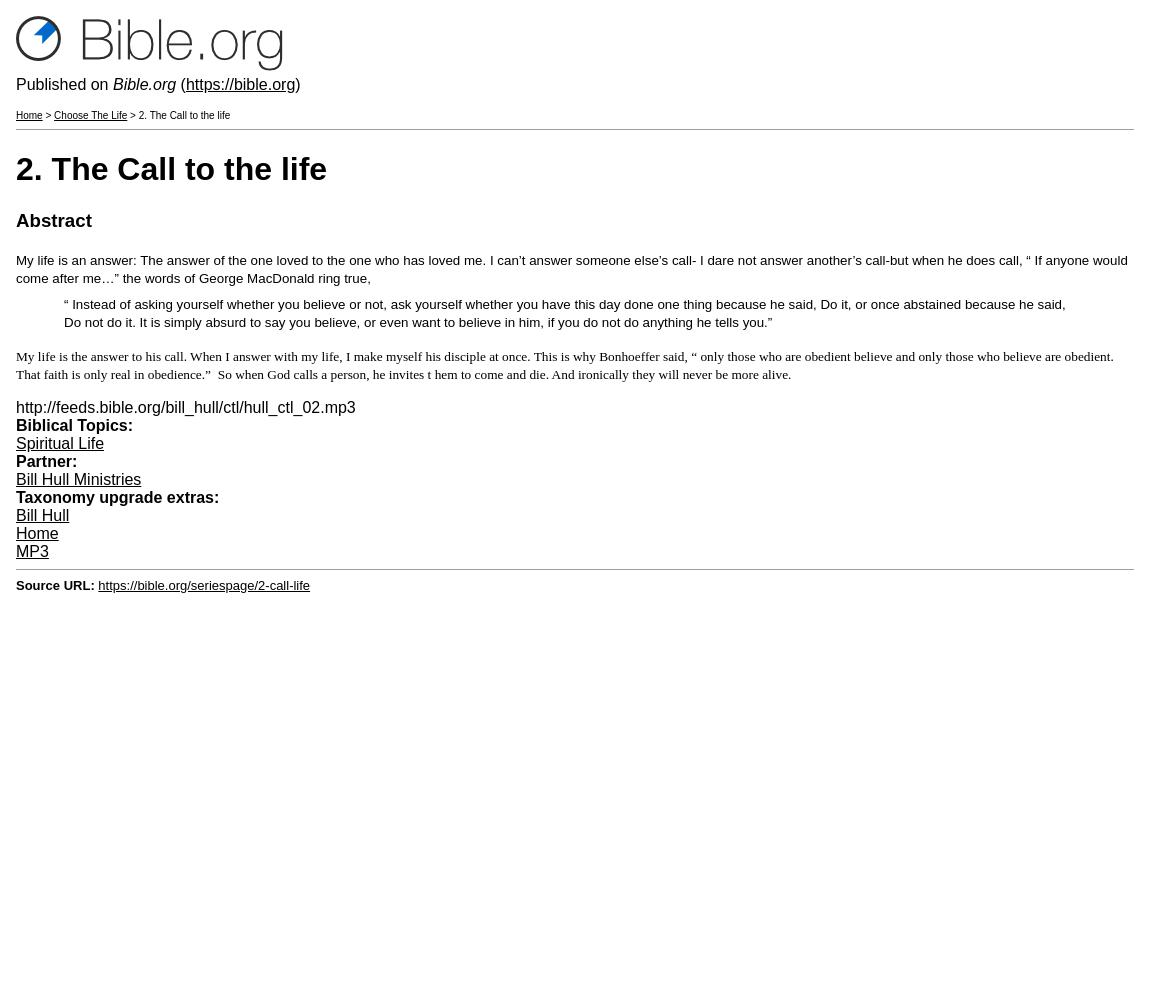 This screenshot has height=1000, width=1150. Describe the element at coordinates (75, 424) in the screenshot. I see `'Biblical Topics:'` at that location.